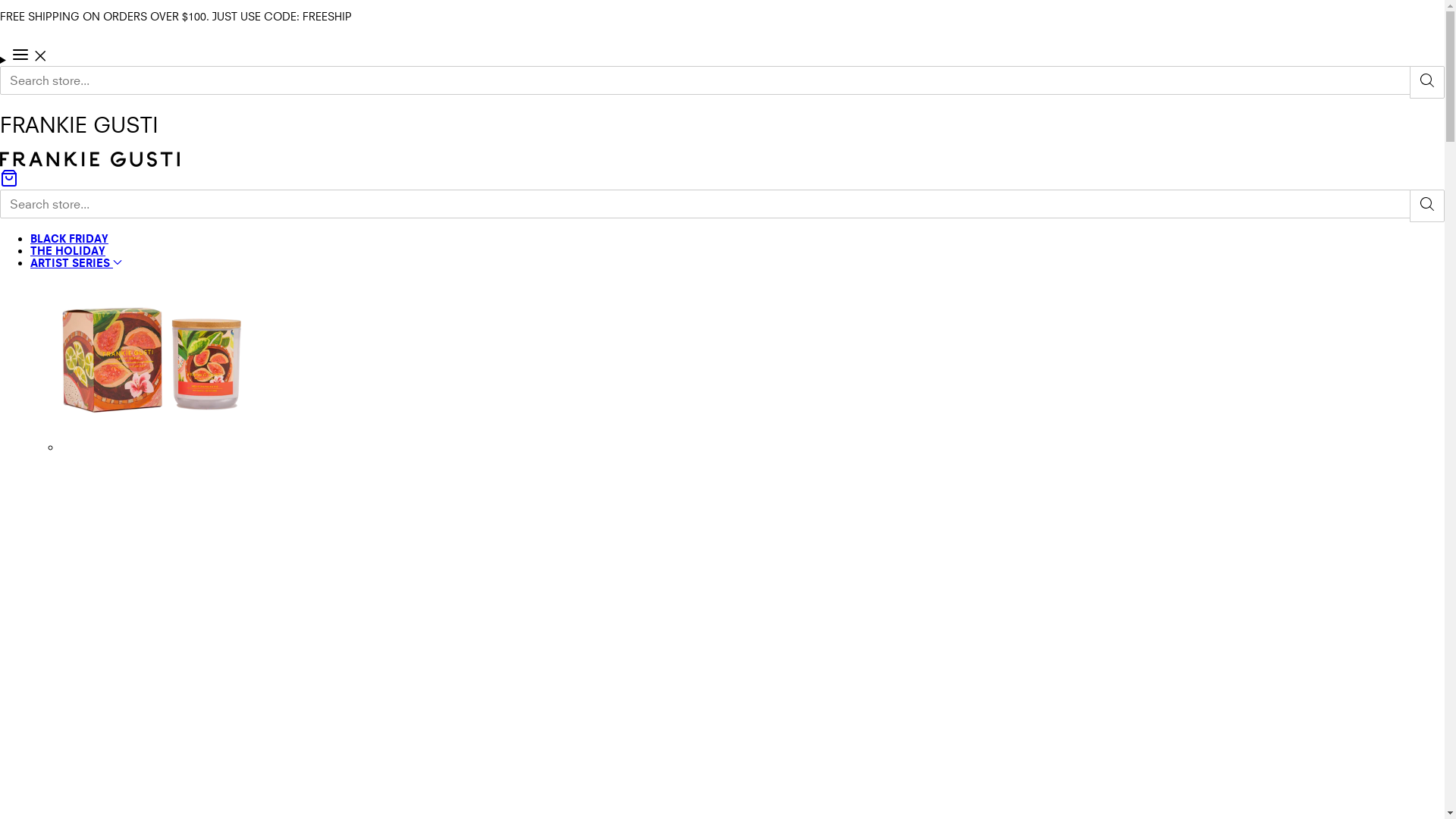 The height and width of the screenshot is (819, 1456). What do you see at coordinates (67, 249) in the screenshot?
I see `'THE HOLIDAY'` at bounding box center [67, 249].